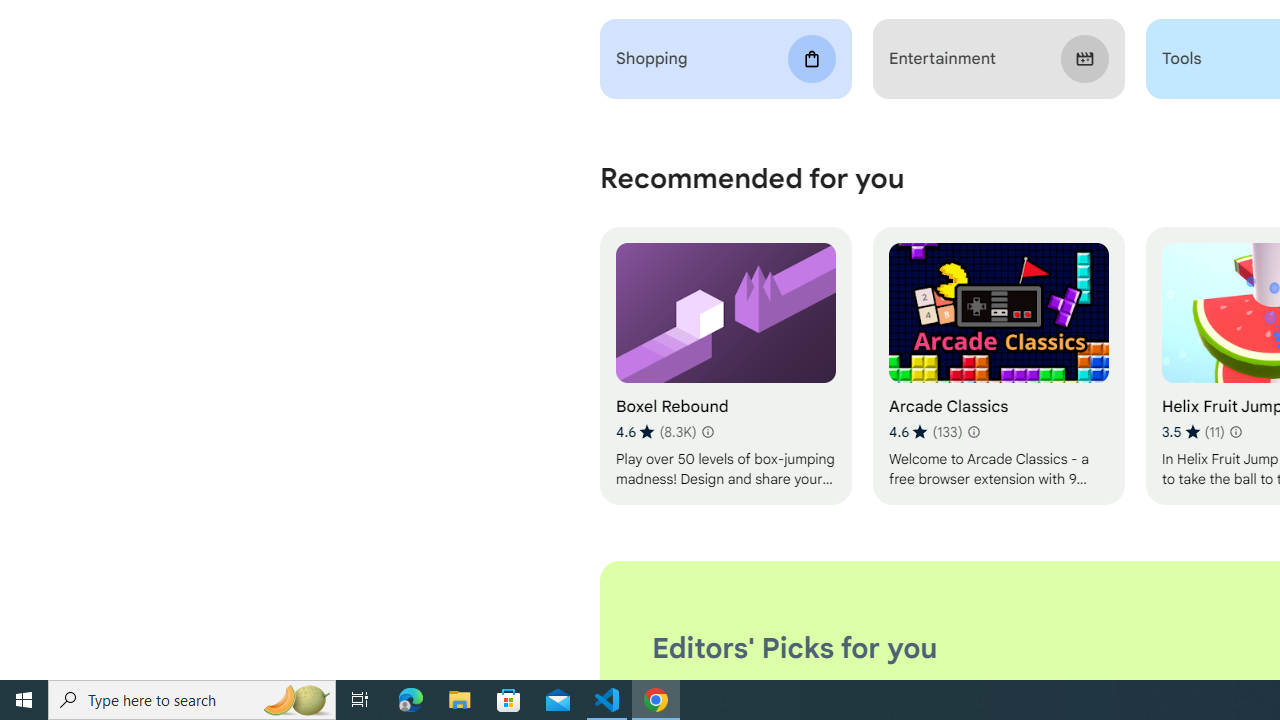 This screenshot has width=1280, height=720. Describe the element at coordinates (656, 431) in the screenshot. I see `'Average rating 4.6 out of 5 stars. 8.3K ratings.'` at that location.